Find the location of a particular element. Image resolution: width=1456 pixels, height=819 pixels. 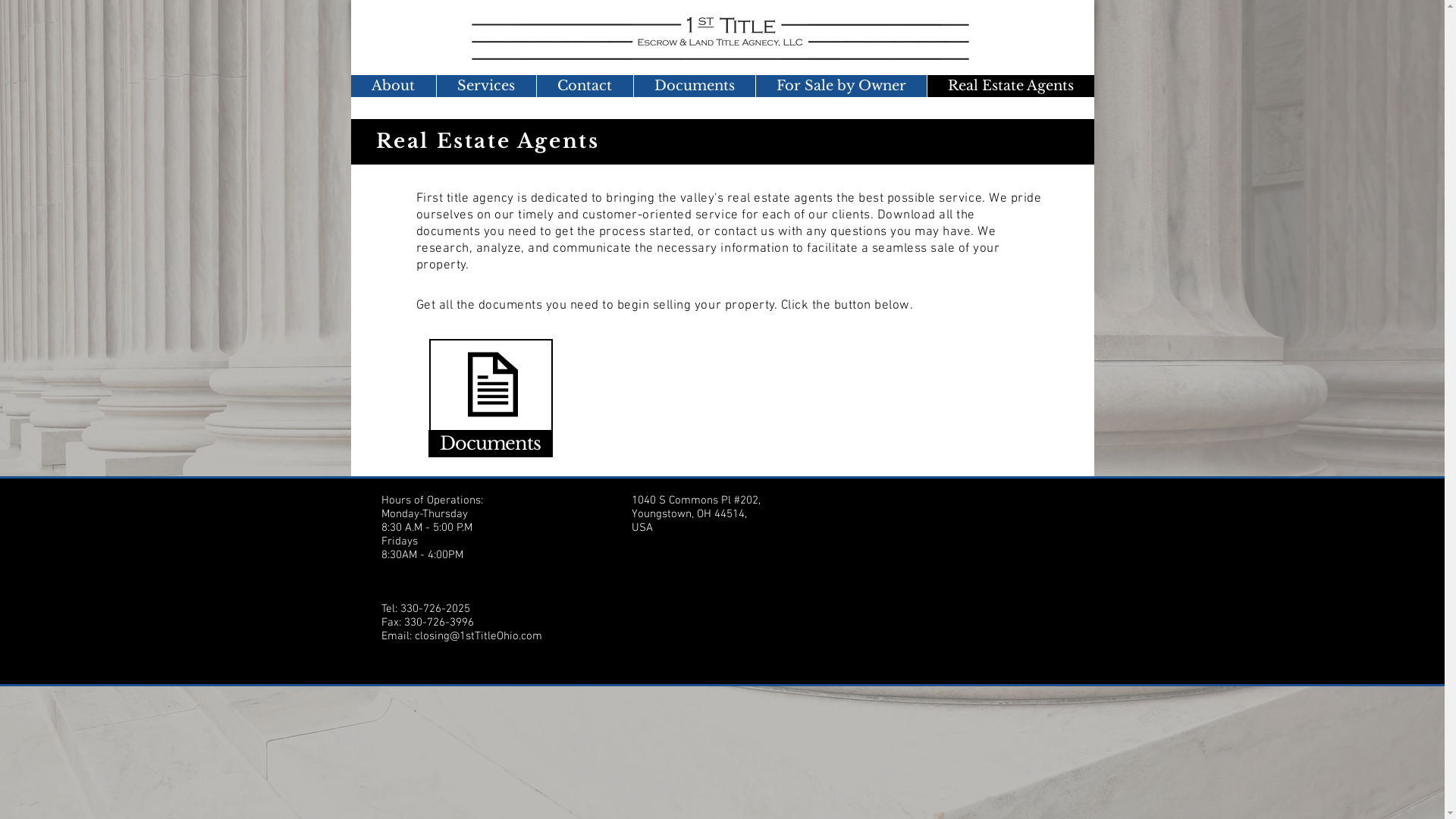

'330-726-2025' is located at coordinates (435, 607).